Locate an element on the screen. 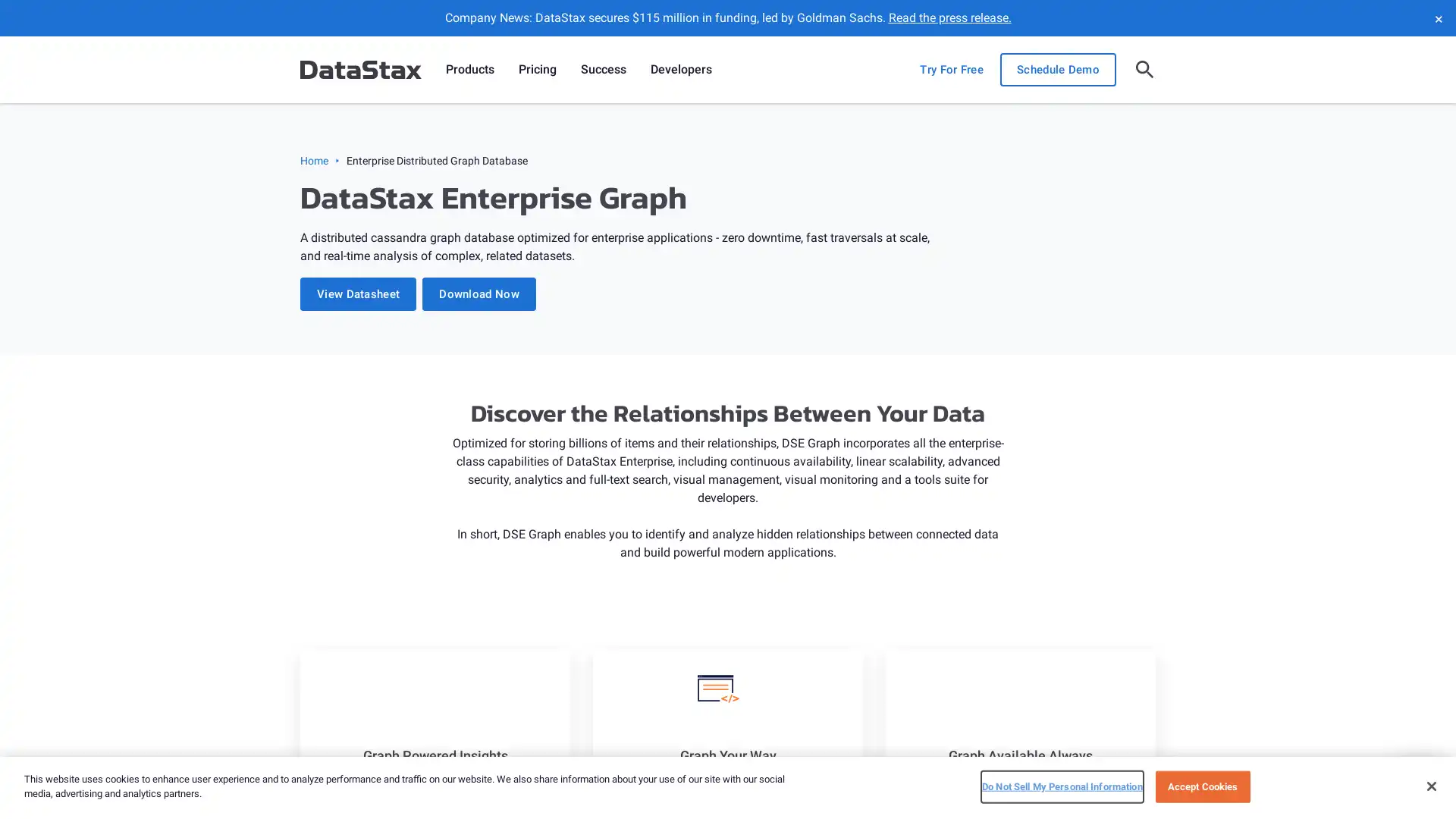  Close is located at coordinates (1430, 785).